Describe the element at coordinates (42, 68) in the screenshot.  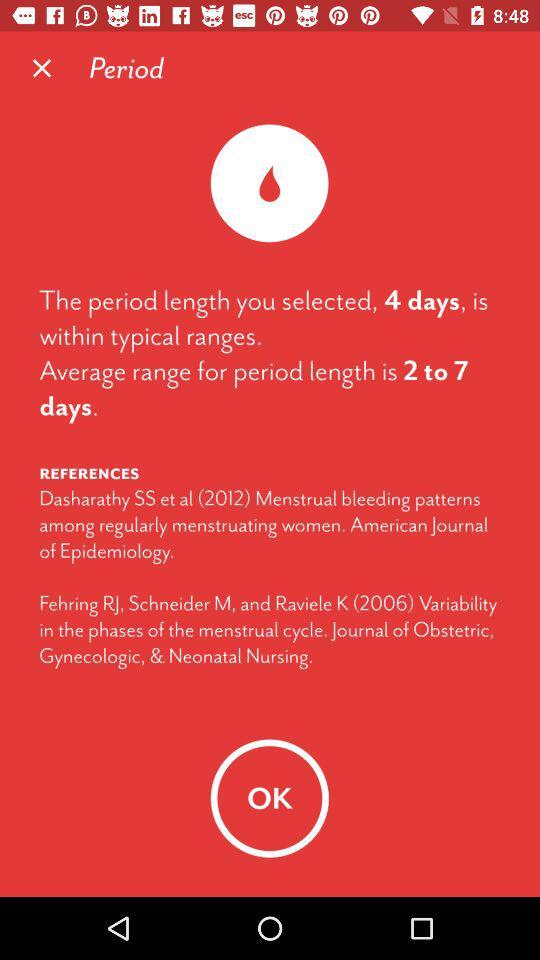
I see `exit this page` at that location.